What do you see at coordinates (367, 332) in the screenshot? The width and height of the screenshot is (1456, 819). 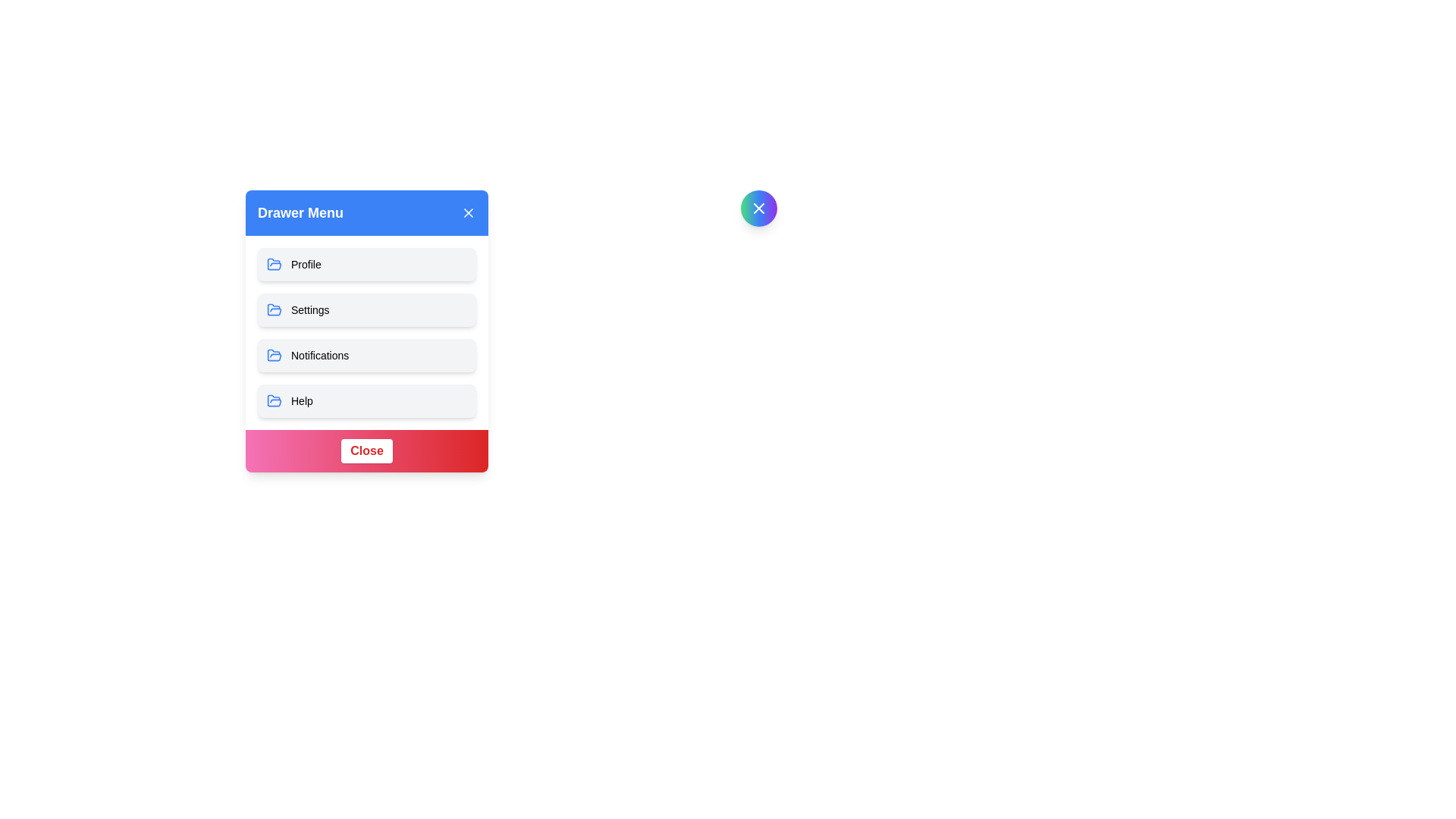 I see `the vertical navigation menu located centrally beneath the 'Drawer Menu' title bar to enable keyboard navigation` at bounding box center [367, 332].